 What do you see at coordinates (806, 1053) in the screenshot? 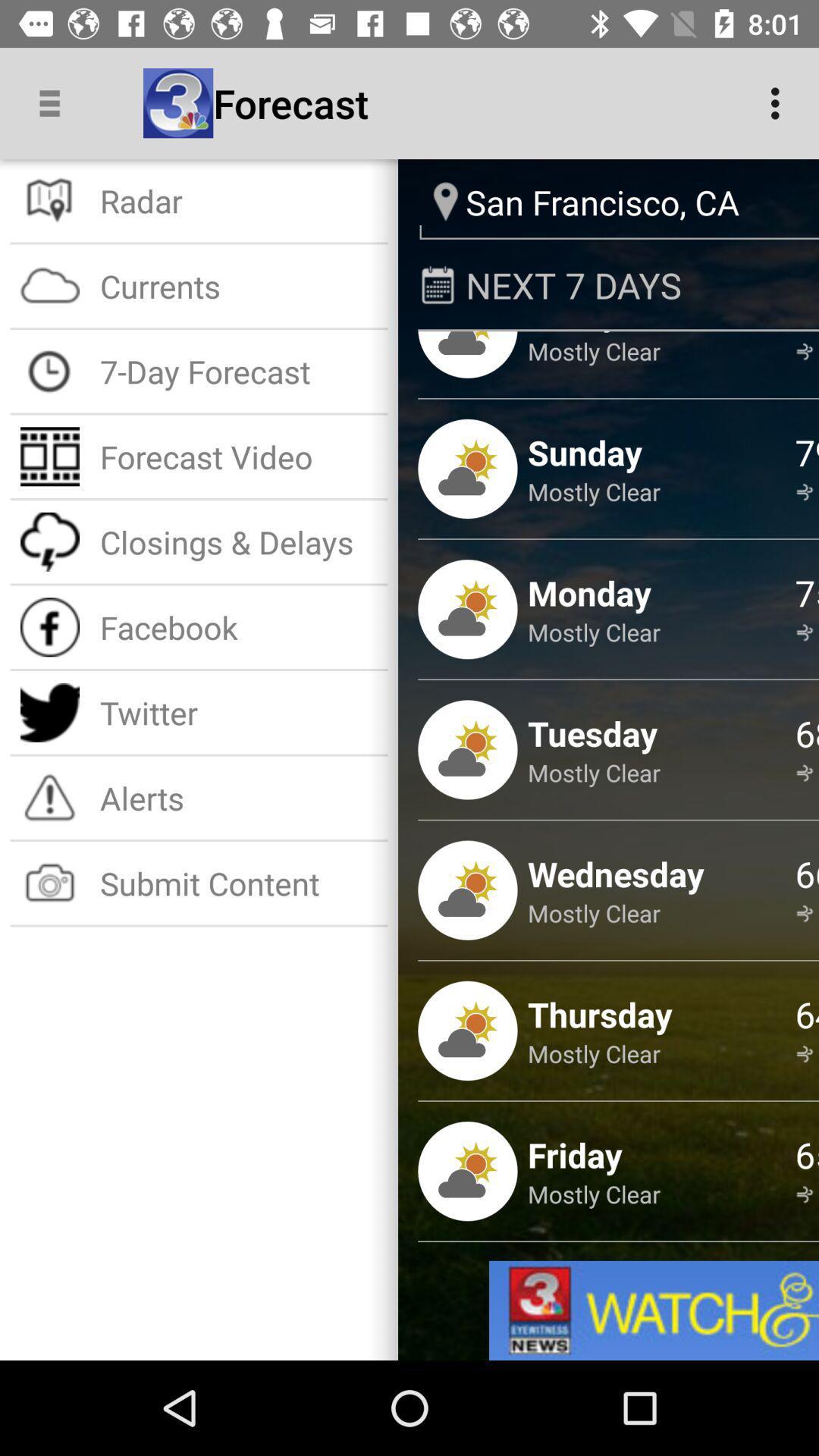
I see `14 mph ssw icon` at bounding box center [806, 1053].